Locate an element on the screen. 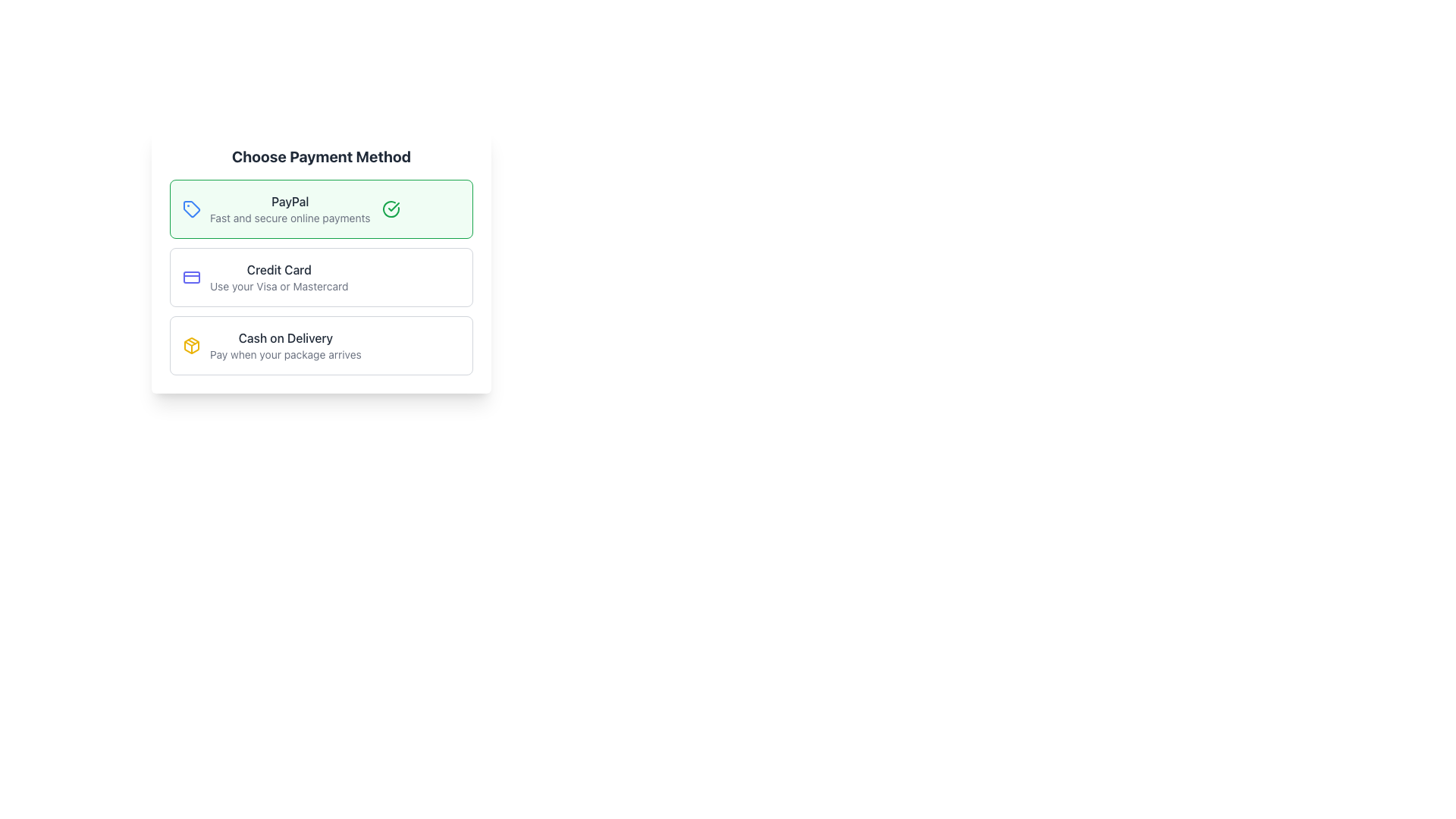  the 'Cash on Delivery' text label, which is styled in a medium-sized dark gray font and located at the top of the last option box in the 'Choose Payment Method' section is located at coordinates (285, 337).